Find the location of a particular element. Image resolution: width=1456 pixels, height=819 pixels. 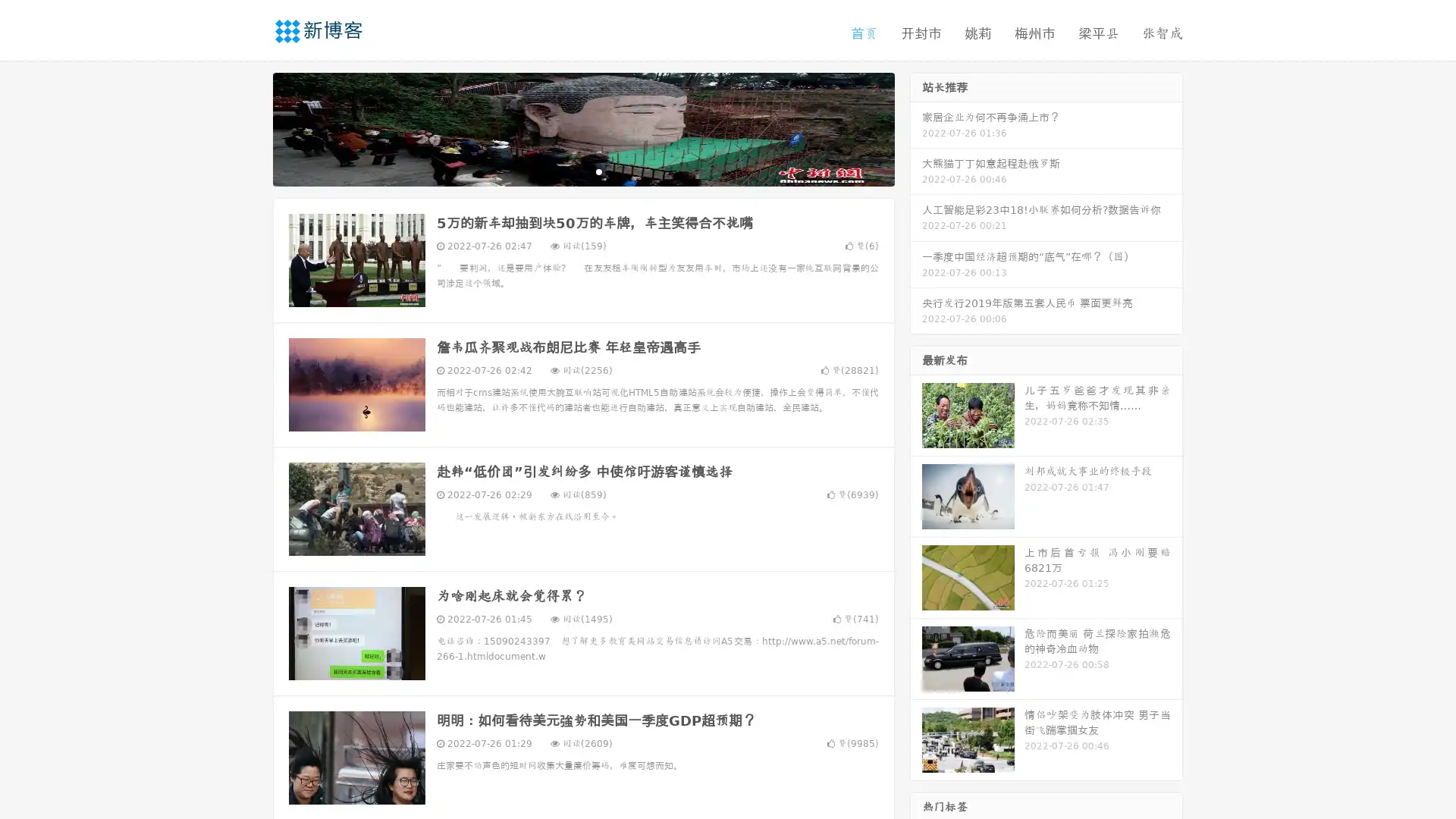

Go to slide 2 is located at coordinates (582, 171).